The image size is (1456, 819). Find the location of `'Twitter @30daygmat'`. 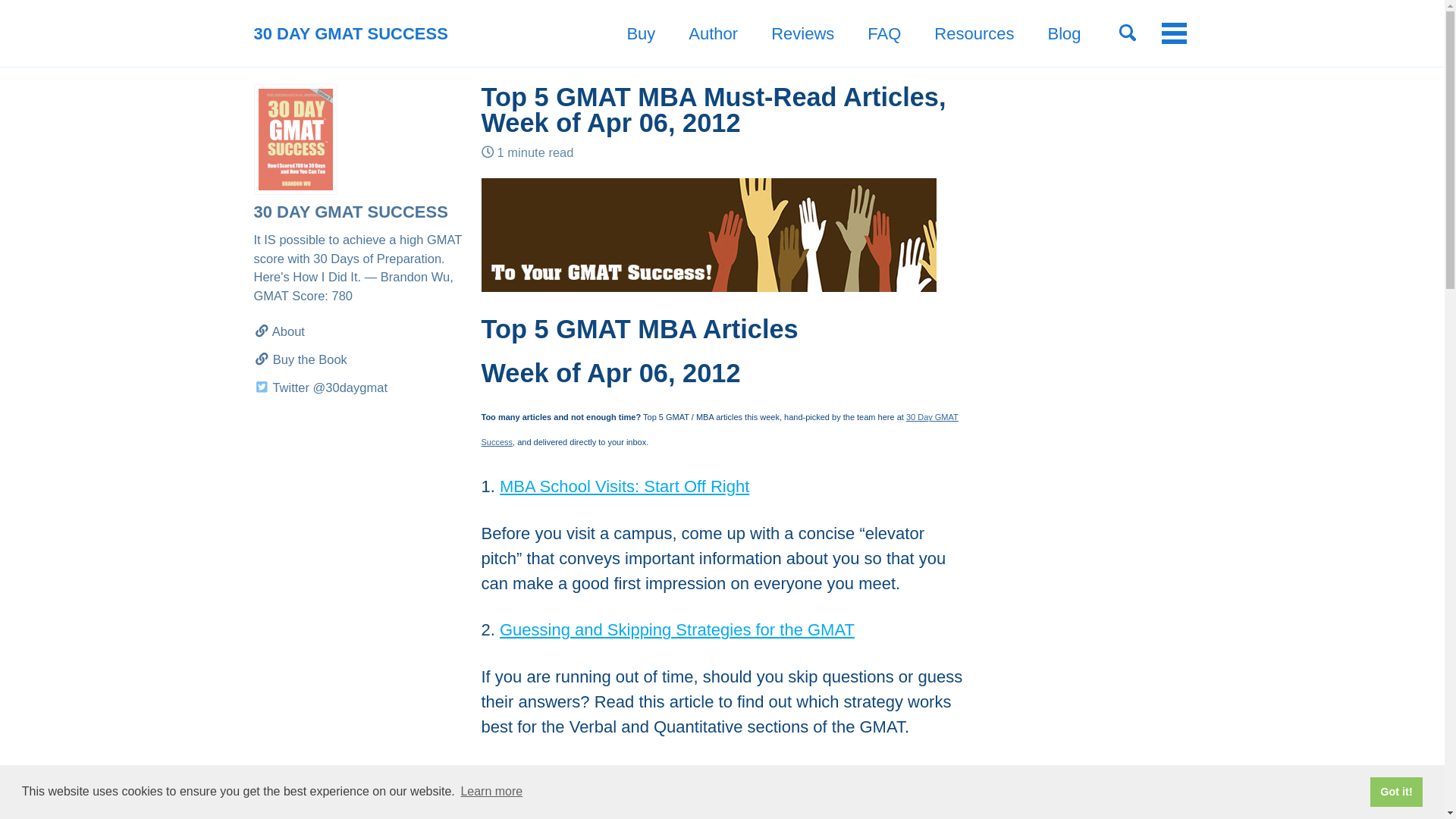

'Twitter @30daygmat' is located at coordinates (358, 387).